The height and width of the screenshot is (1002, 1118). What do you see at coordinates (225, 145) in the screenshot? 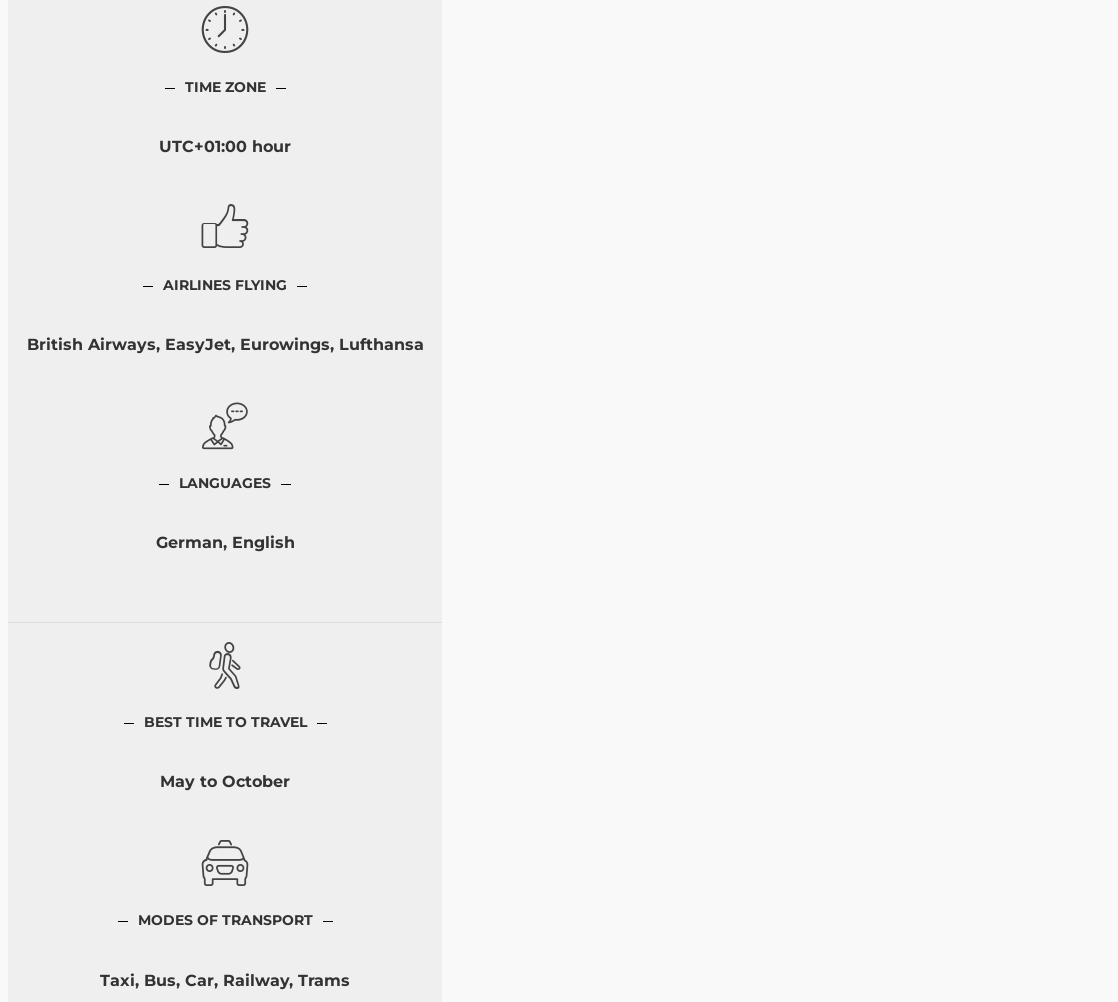
I see `'UTC+01:00 hour'` at bounding box center [225, 145].